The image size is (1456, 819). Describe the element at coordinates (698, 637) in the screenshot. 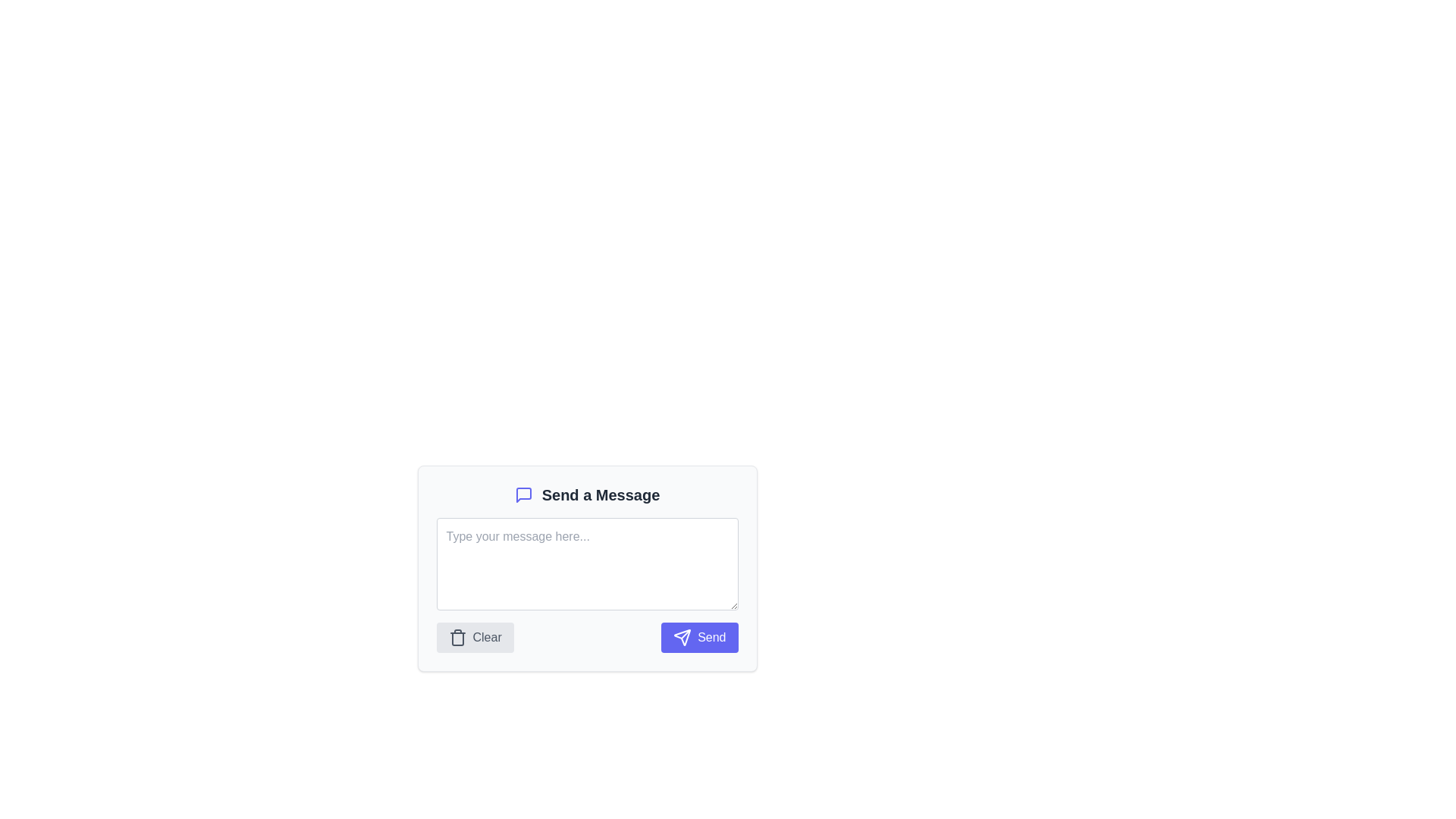

I see `the 'Send' button, which is a rectangular button with a gradient blue background and white text, located at the bottom right of a user interaction card` at that location.